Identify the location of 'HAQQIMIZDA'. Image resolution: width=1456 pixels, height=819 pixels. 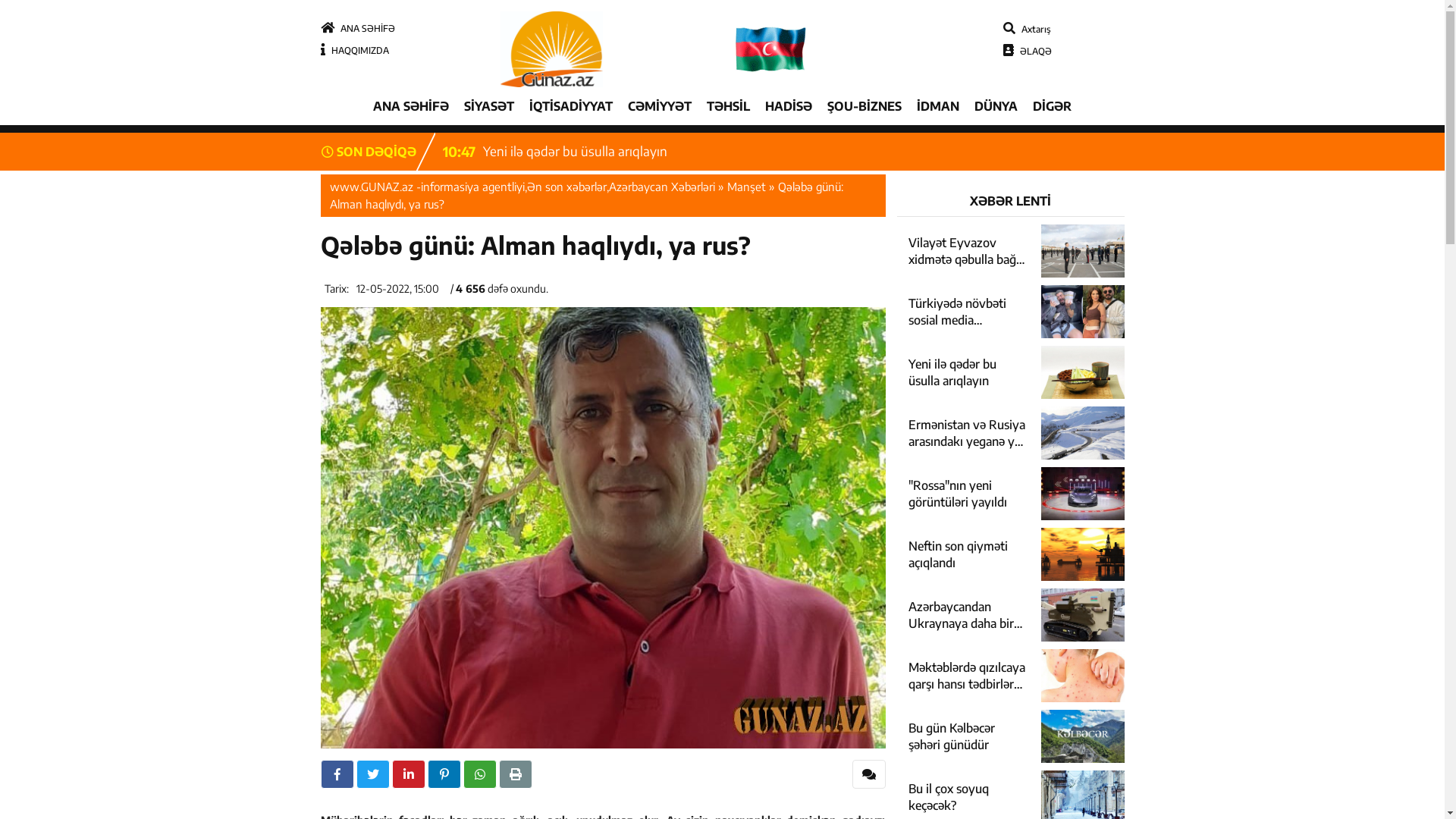
(353, 49).